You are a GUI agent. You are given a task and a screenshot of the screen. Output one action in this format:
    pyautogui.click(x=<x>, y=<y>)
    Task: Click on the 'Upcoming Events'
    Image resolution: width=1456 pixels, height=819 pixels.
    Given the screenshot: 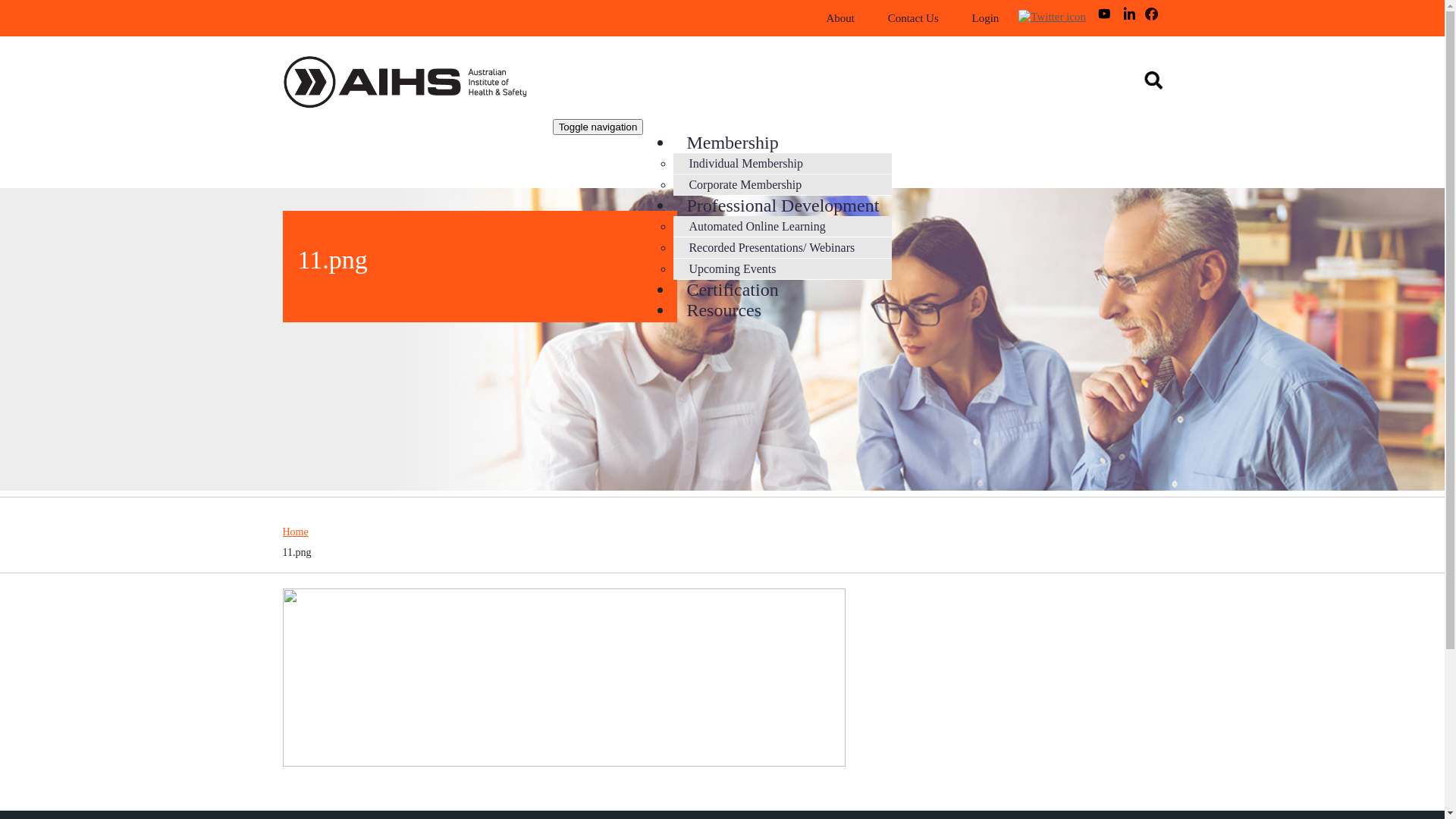 What is the action you would take?
    pyautogui.click(x=732, y=268)
    